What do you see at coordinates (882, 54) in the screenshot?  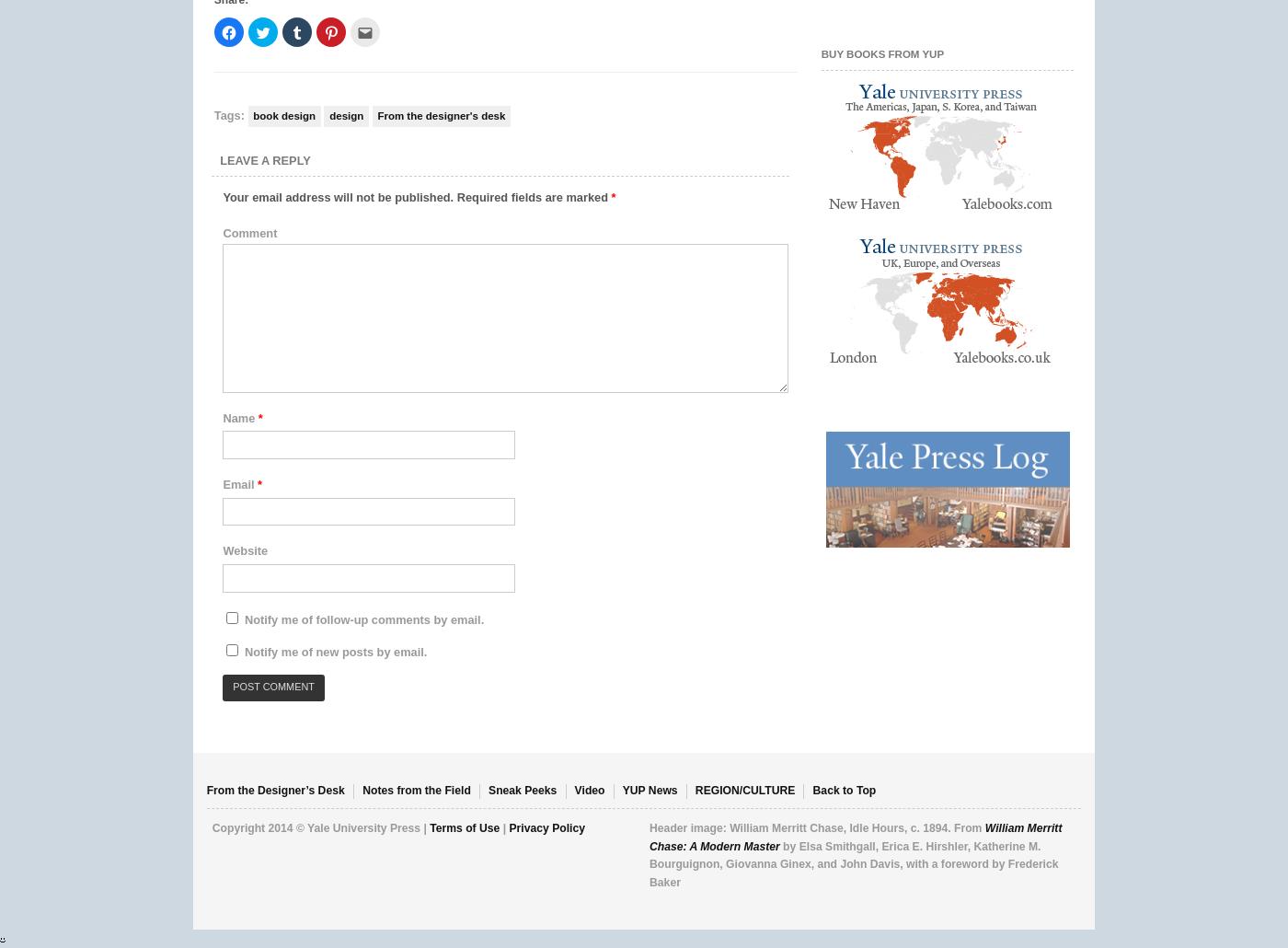 I see `'Buy Books from YUP'` at bounding box center [882, 54].